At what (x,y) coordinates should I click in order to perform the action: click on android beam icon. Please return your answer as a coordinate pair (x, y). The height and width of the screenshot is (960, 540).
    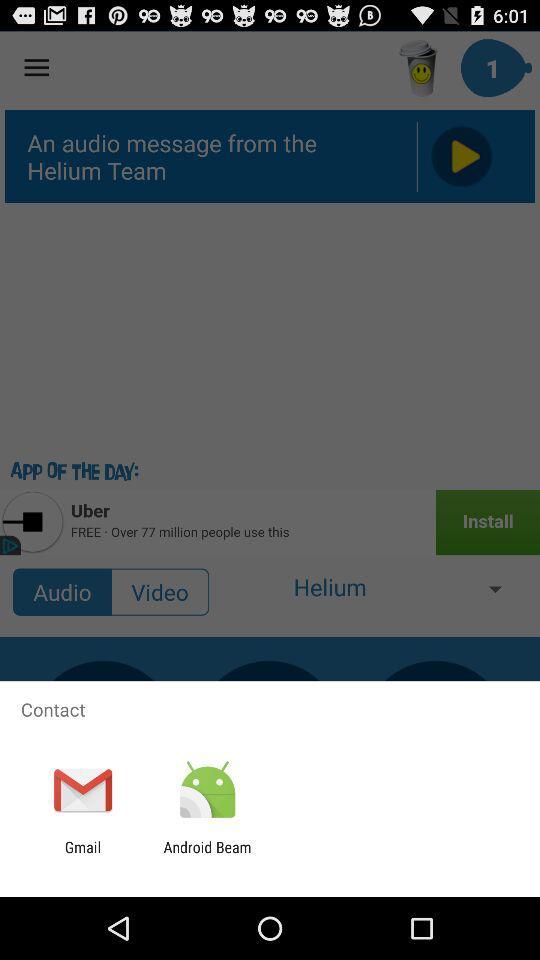
    Looking at the image, I should click on (206, 855).